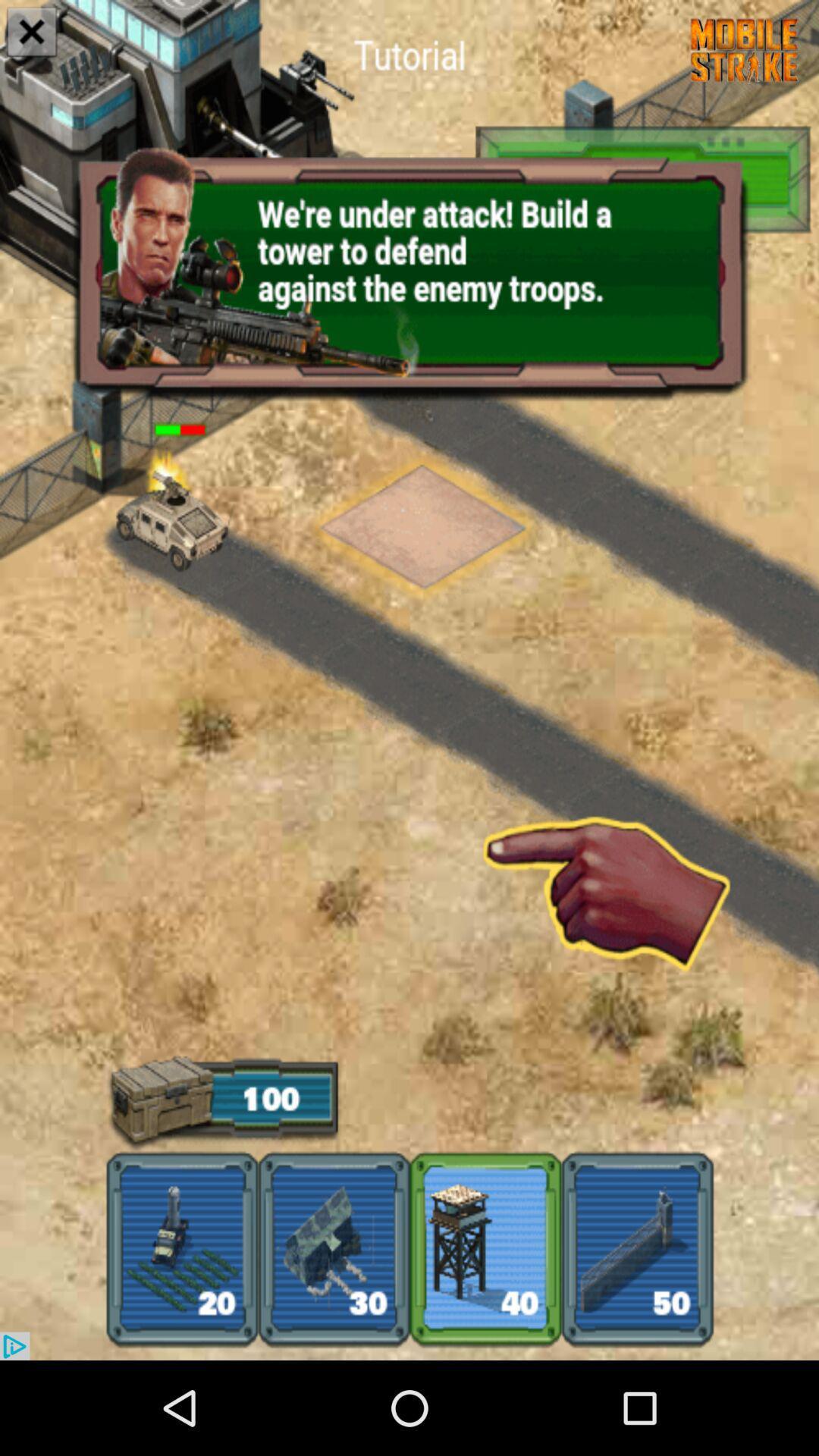 Image resolution: width=819 pixels, height=1456 pixels. Describe the element at coordinates (32, 33) in the screenshot. I see `the close icon` at that location.